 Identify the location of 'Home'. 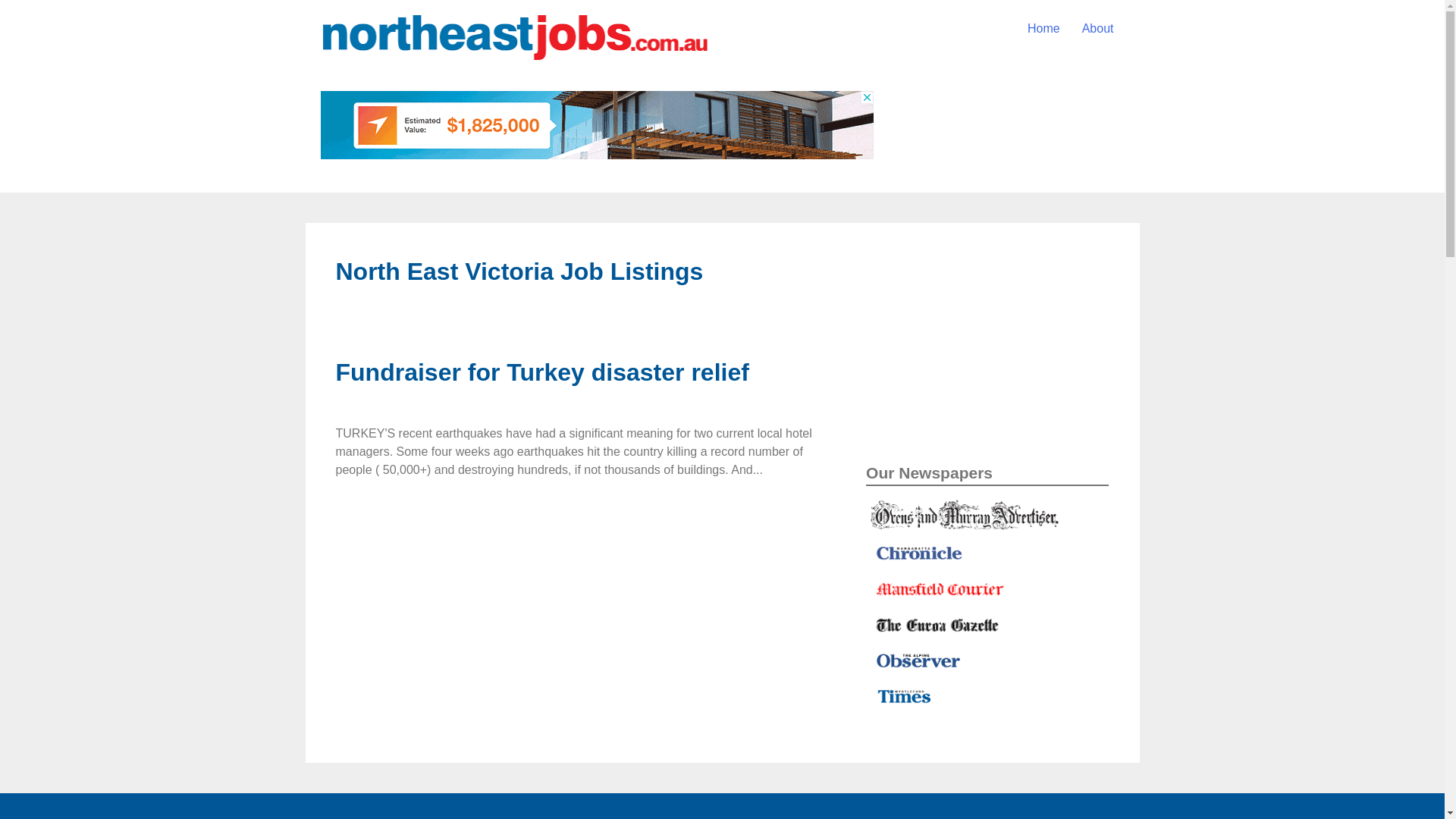
(1043, 29).